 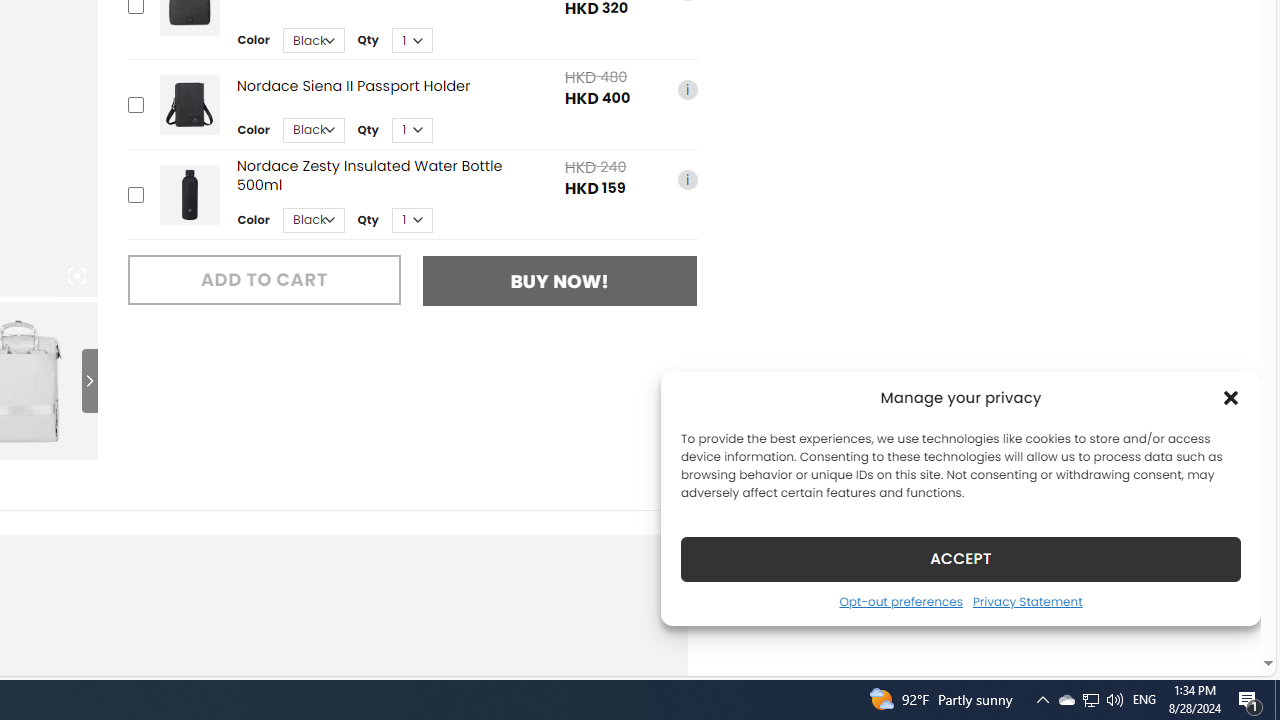 What do you see at coordinates (899, 600) in the screenshot?
I see `'Opt-out preferences'` at bounding box center [899, 600].